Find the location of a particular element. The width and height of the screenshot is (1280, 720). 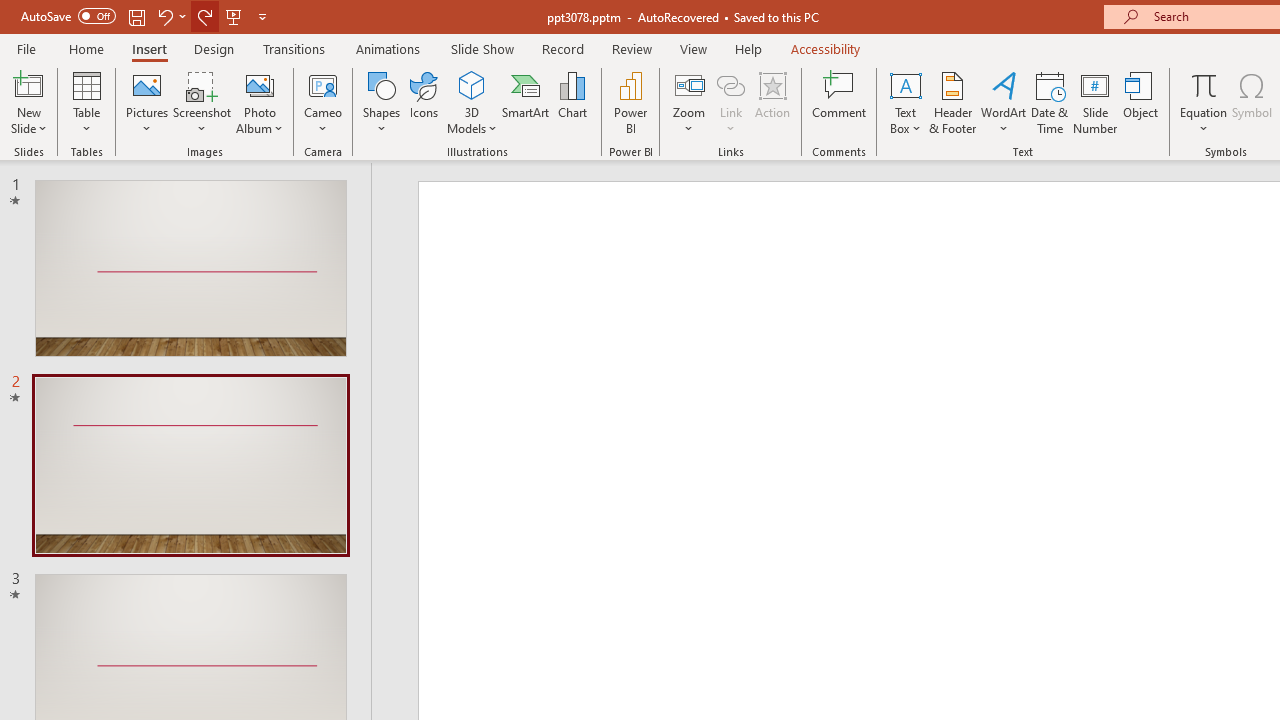

'Header & Footer...' is located at coordinates (951, 103).